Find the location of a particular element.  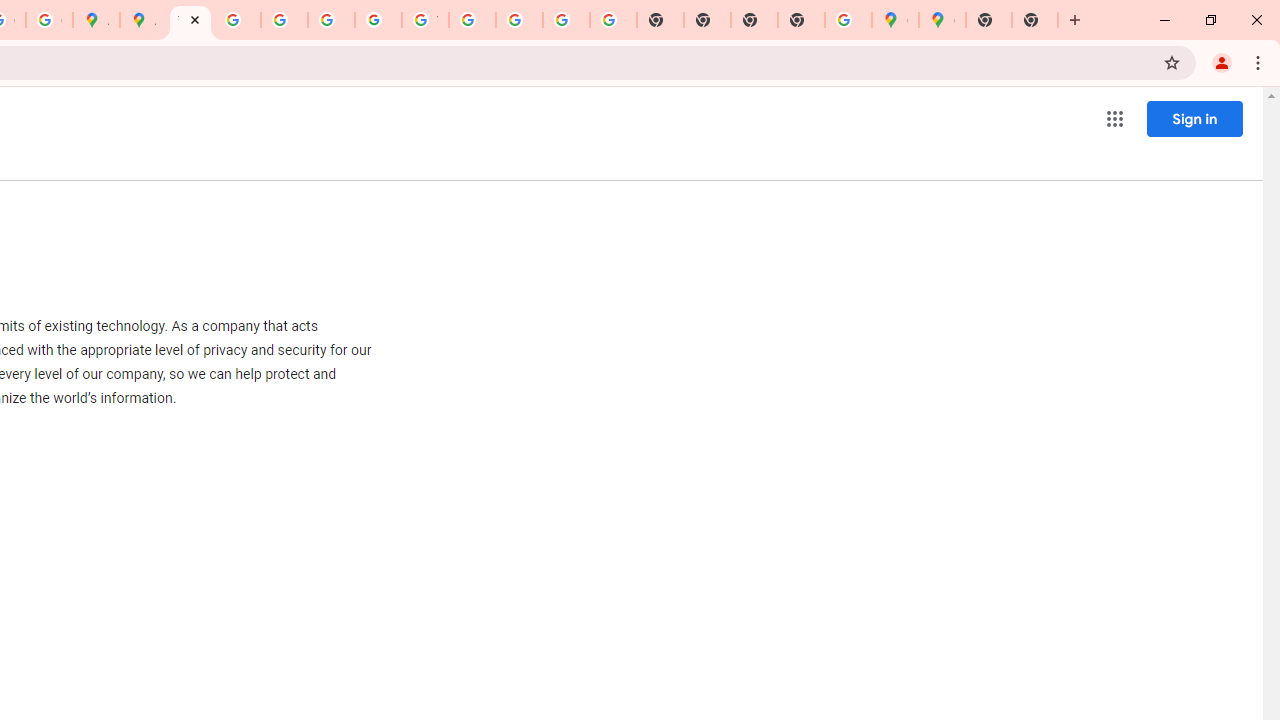

'Bookmark this tab' is located at coordinates (1171, 61).